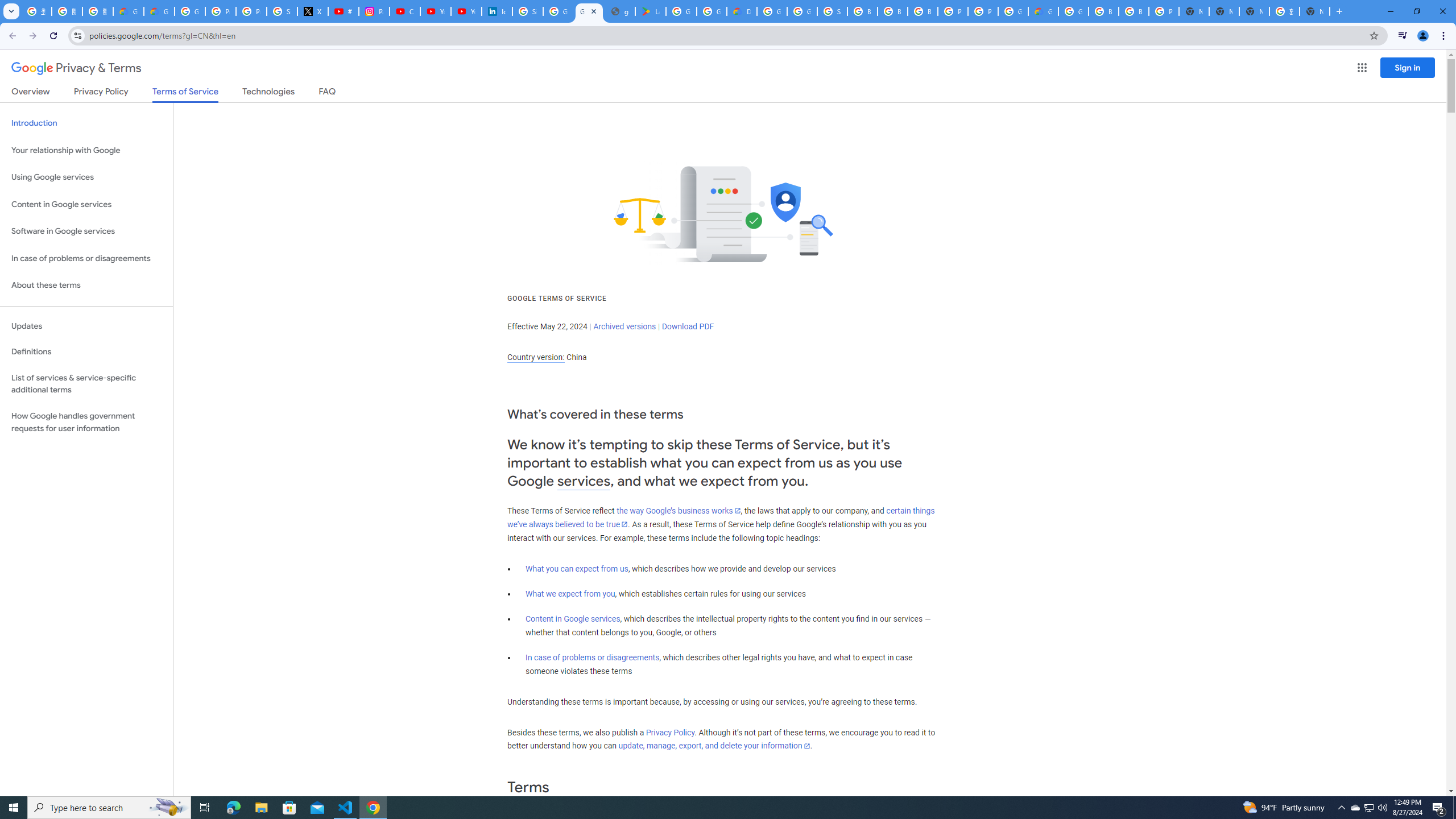 The height and width of the screenshot is (819, 1456). Describe the element at coordinates (1416, 11) in the screenshot. I see `'Restore'` at that location.